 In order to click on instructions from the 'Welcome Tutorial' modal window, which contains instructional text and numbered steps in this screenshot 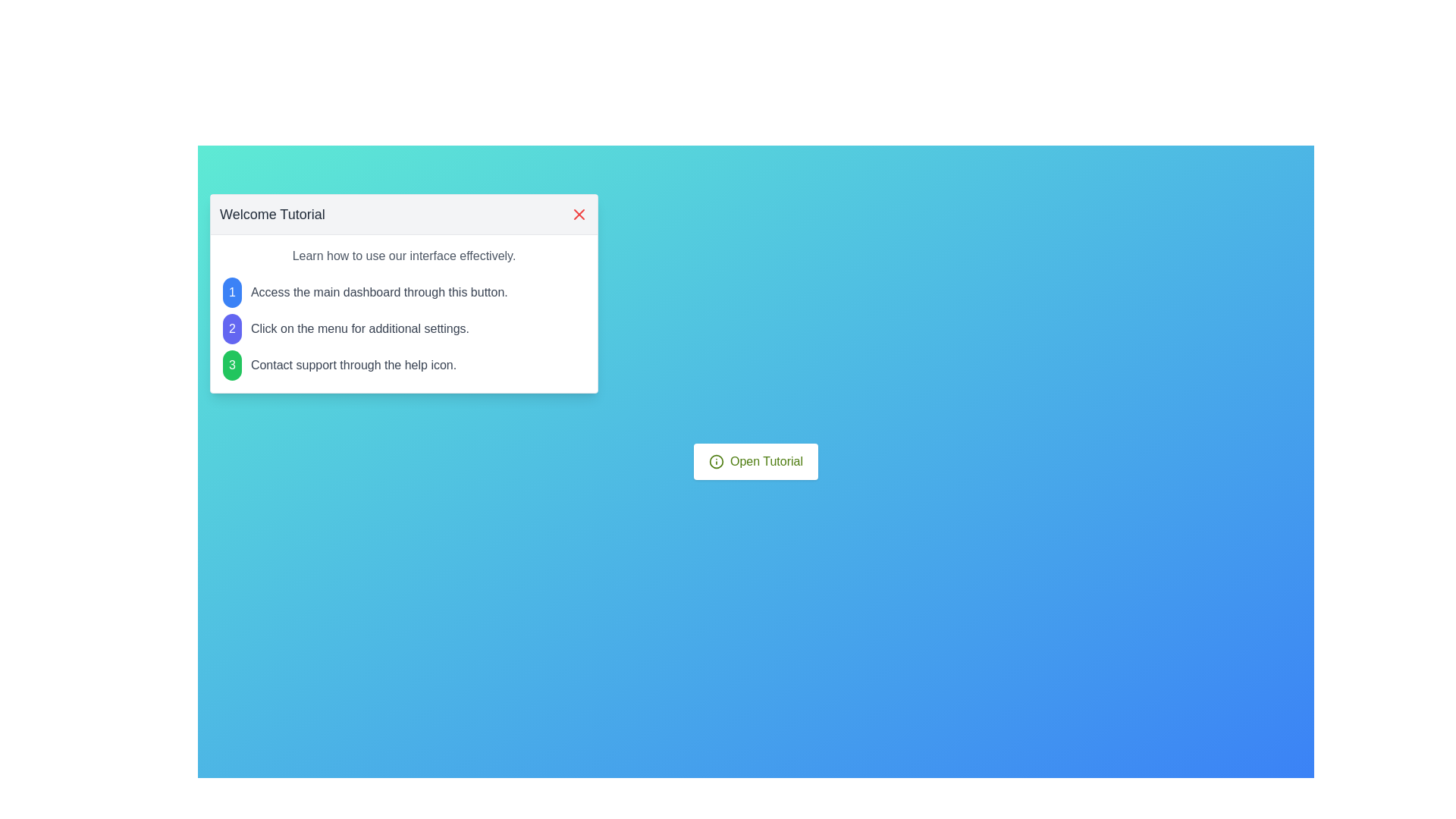, I will do `click(403, 293)`.